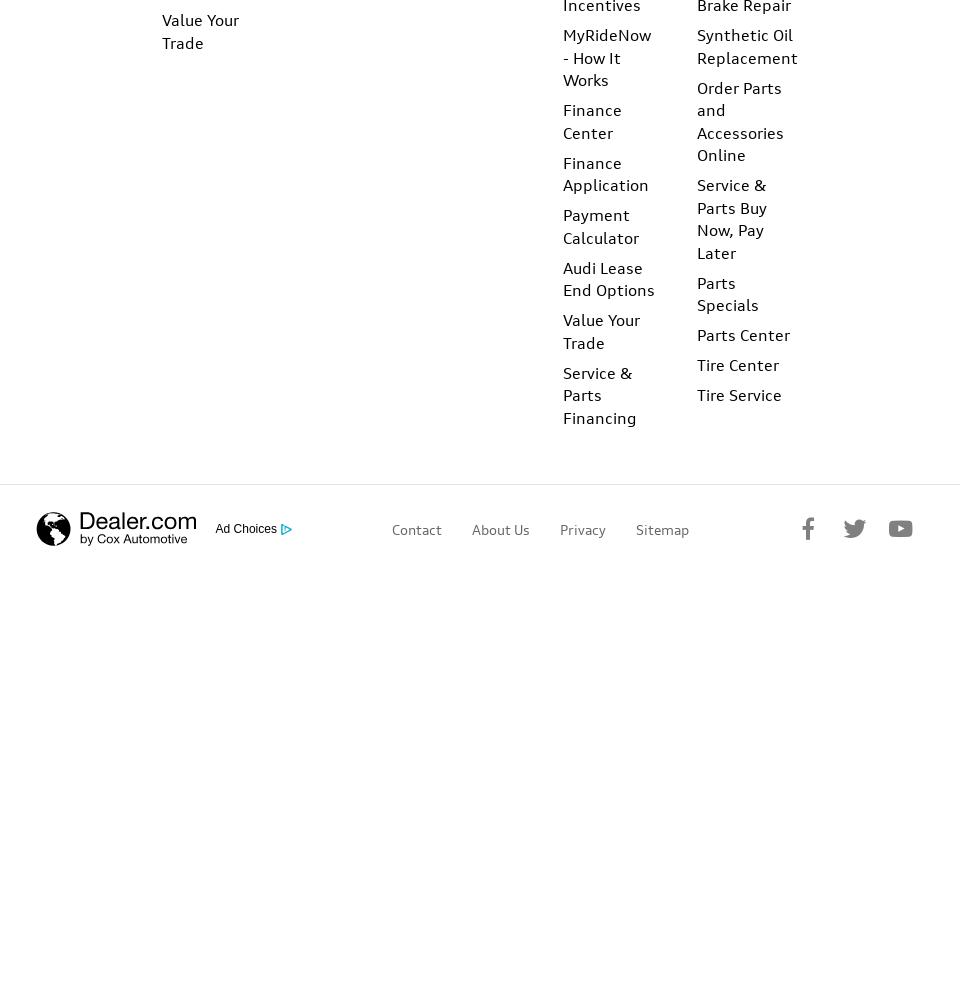 This screenshot has width=960, height=1000. What do you see at coordinates (726, 293) in the screenshot?
I see `'Parts Specials'` at bounding box center [726, 293].